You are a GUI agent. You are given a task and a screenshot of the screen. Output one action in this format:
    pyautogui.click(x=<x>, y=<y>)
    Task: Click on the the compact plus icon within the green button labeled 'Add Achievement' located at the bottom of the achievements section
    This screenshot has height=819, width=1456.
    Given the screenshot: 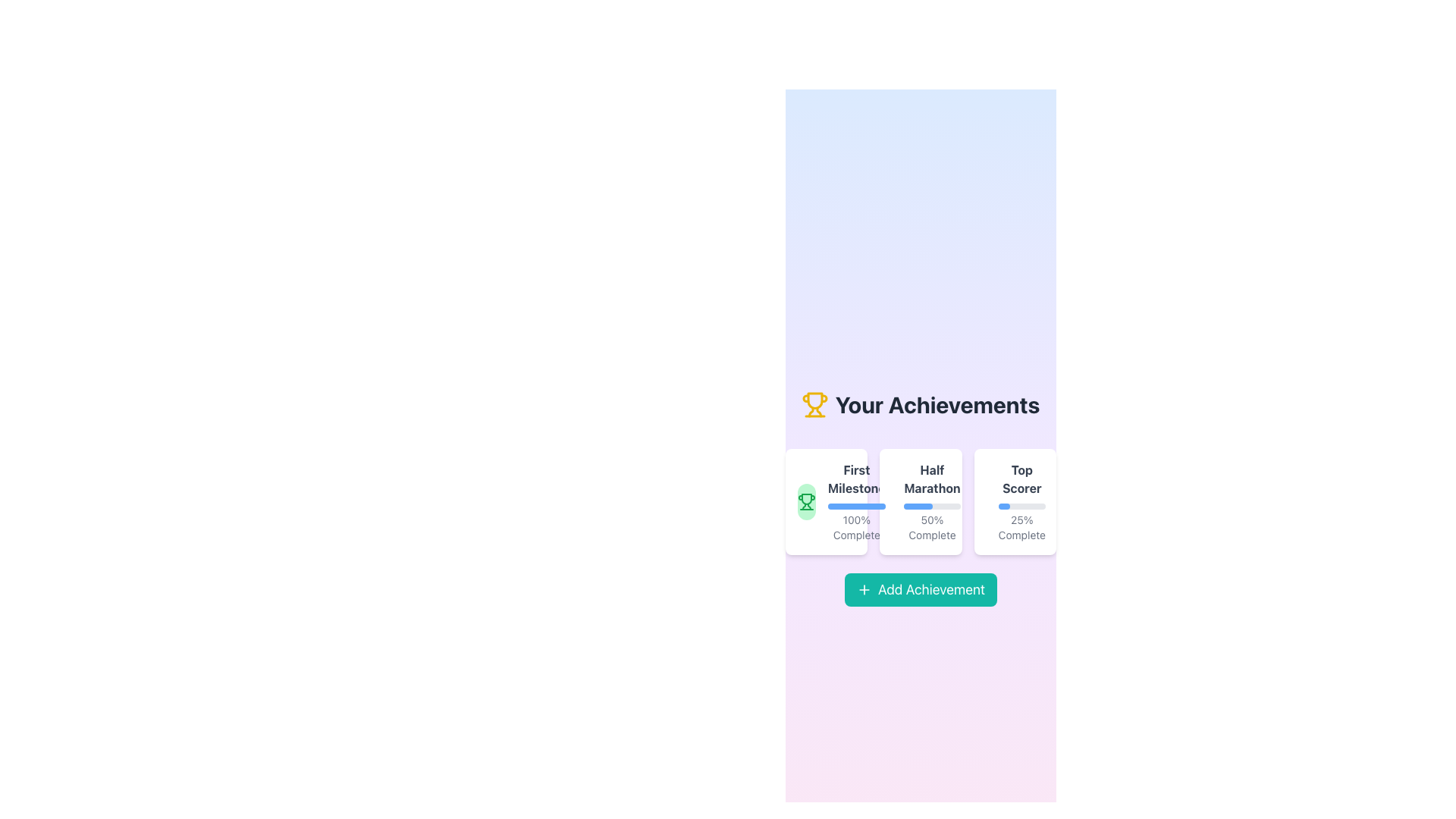 What is the action you would take?
    pyautogui.click(x=864, y=589)
    